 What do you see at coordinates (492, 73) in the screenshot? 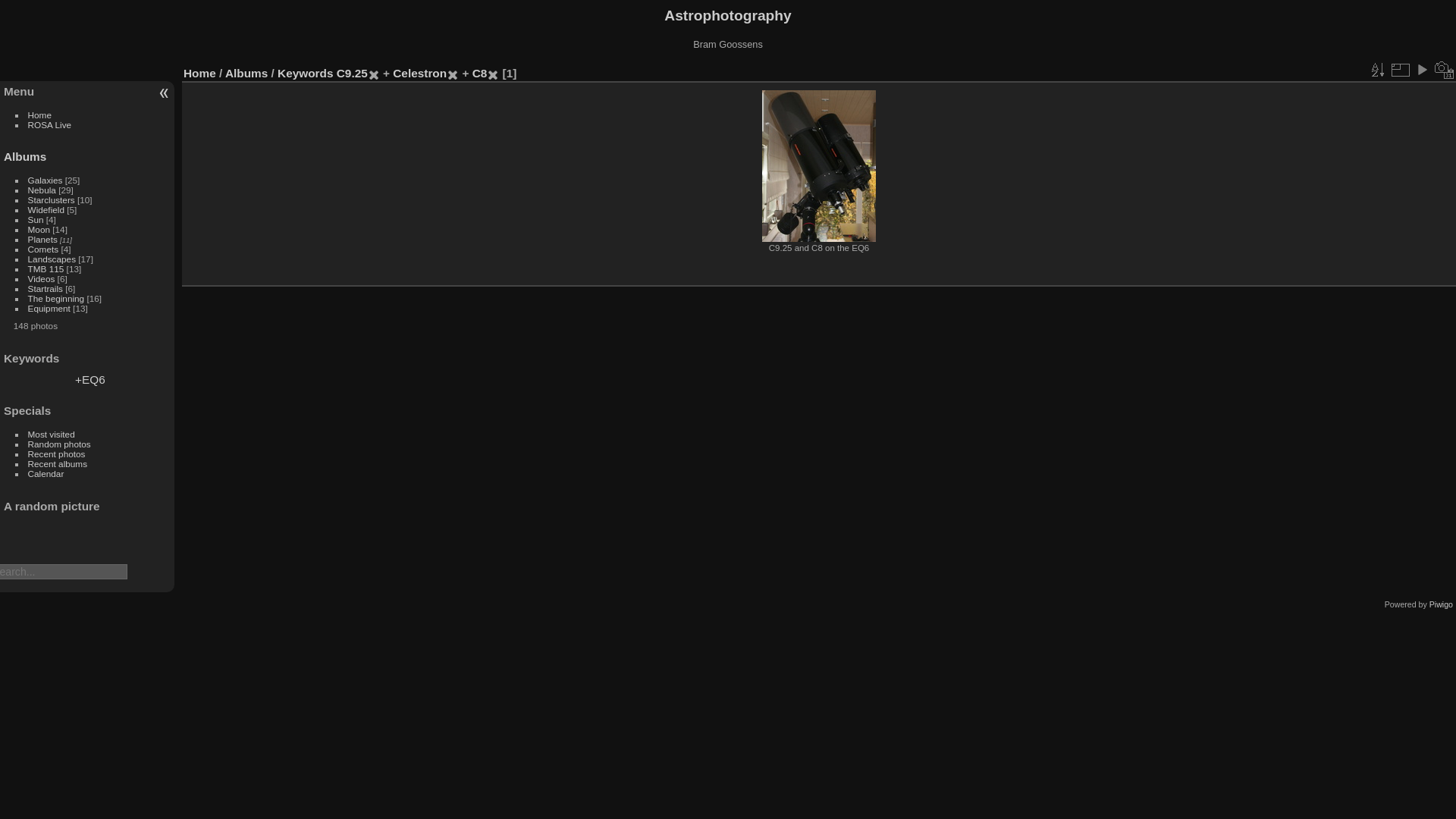
I see `'remove this keyword from the list'` at bounding box center [492, 73].